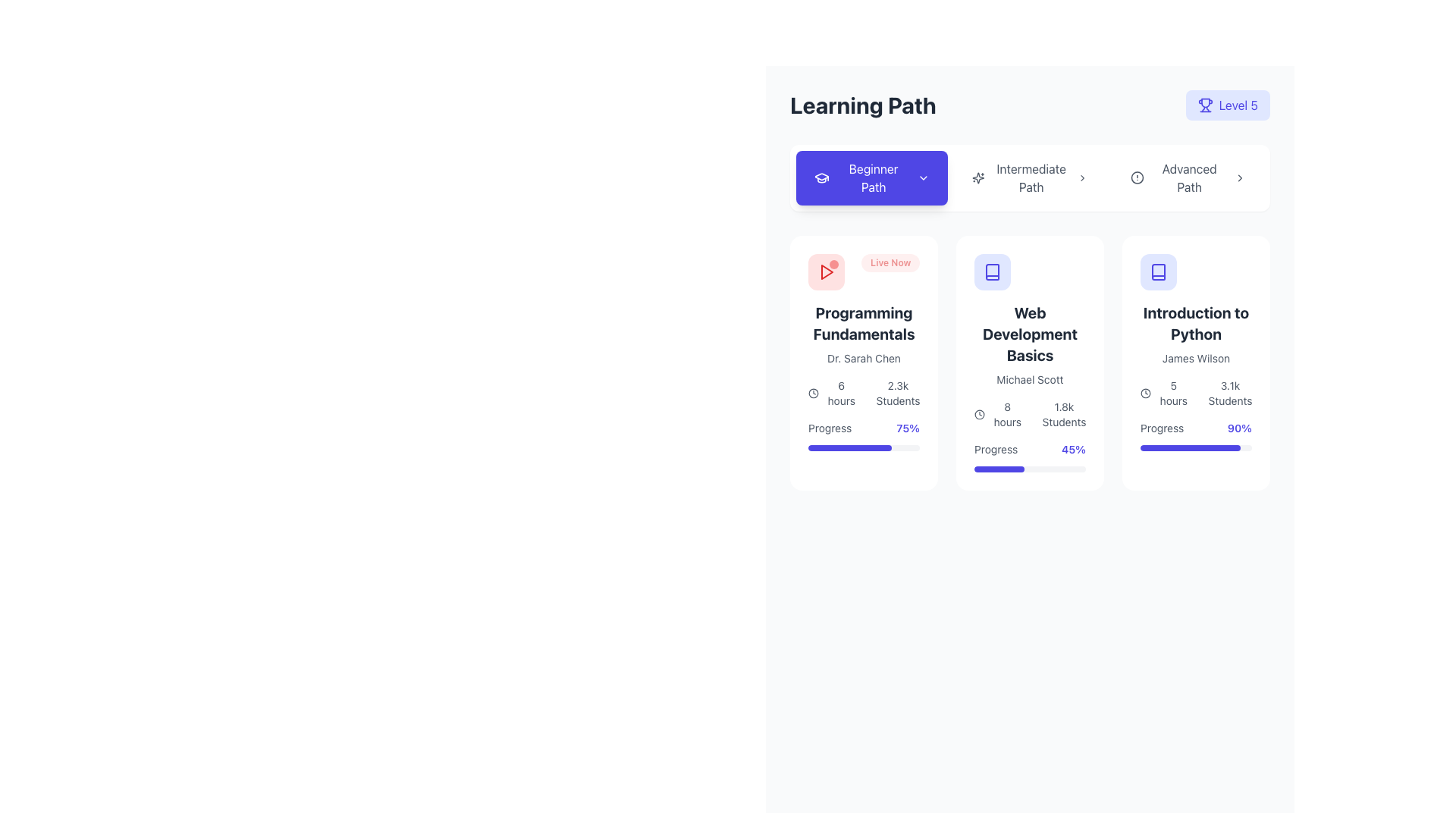  What do you see at coordinates (1230, 393) in the screenshot?
I see `the static text displaying the number of students enrolled in the 'Introduction to Python' course, located at the bottom right of the card next to the user icon` at bounding box center [1230, 393].